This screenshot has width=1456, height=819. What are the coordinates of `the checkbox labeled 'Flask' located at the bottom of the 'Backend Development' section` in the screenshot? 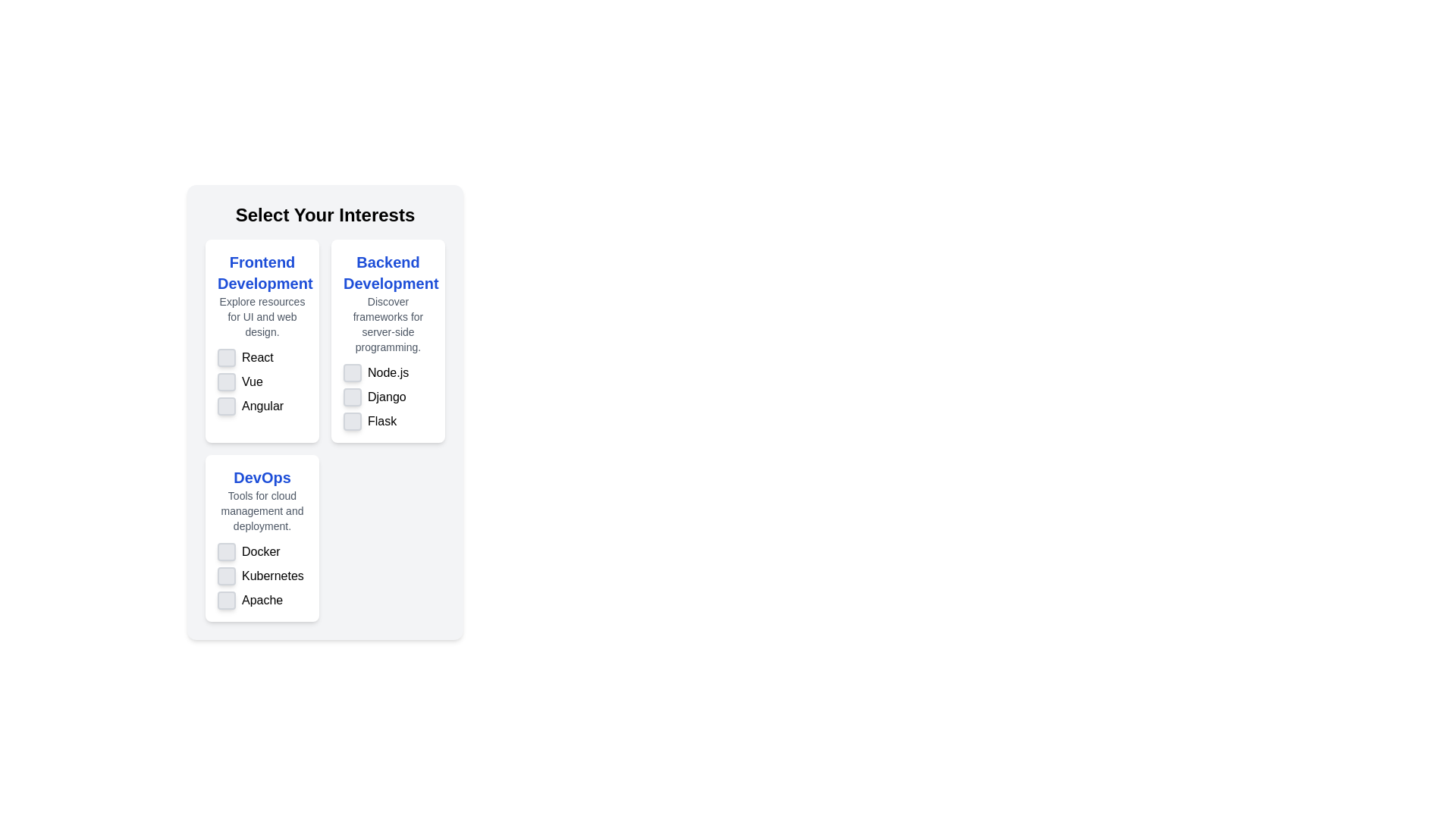 It's located at (352, 421).